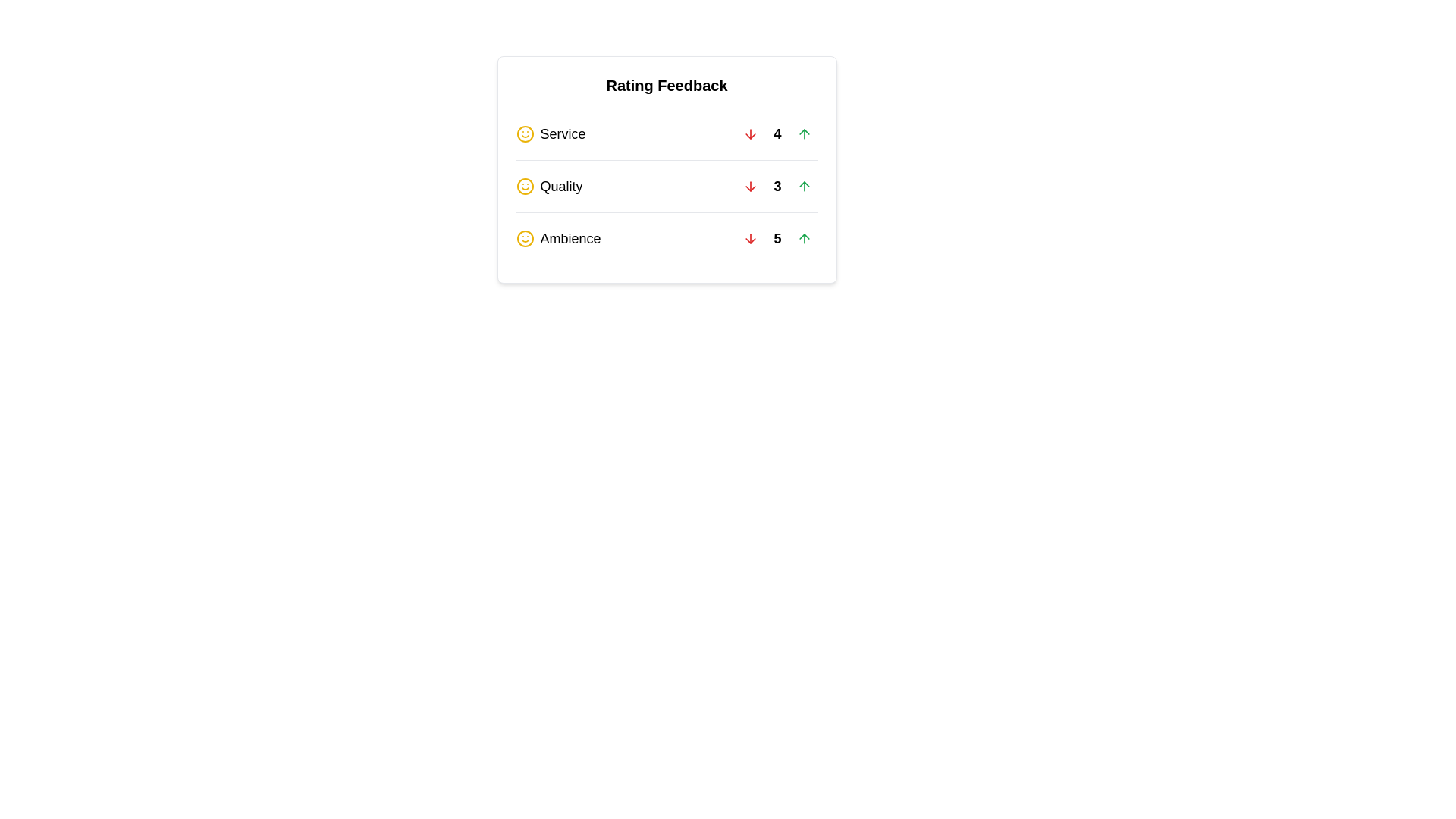 Image resolution: width=1456 pixels, height=819 pixels. What do you see at coordinates (777, 239) in the screenshot?
I see `the bold numeral '5' in the rating interface, which is located between the red down arrow and the green up arrow in the Ambience section` at bounding box center [777, 239].